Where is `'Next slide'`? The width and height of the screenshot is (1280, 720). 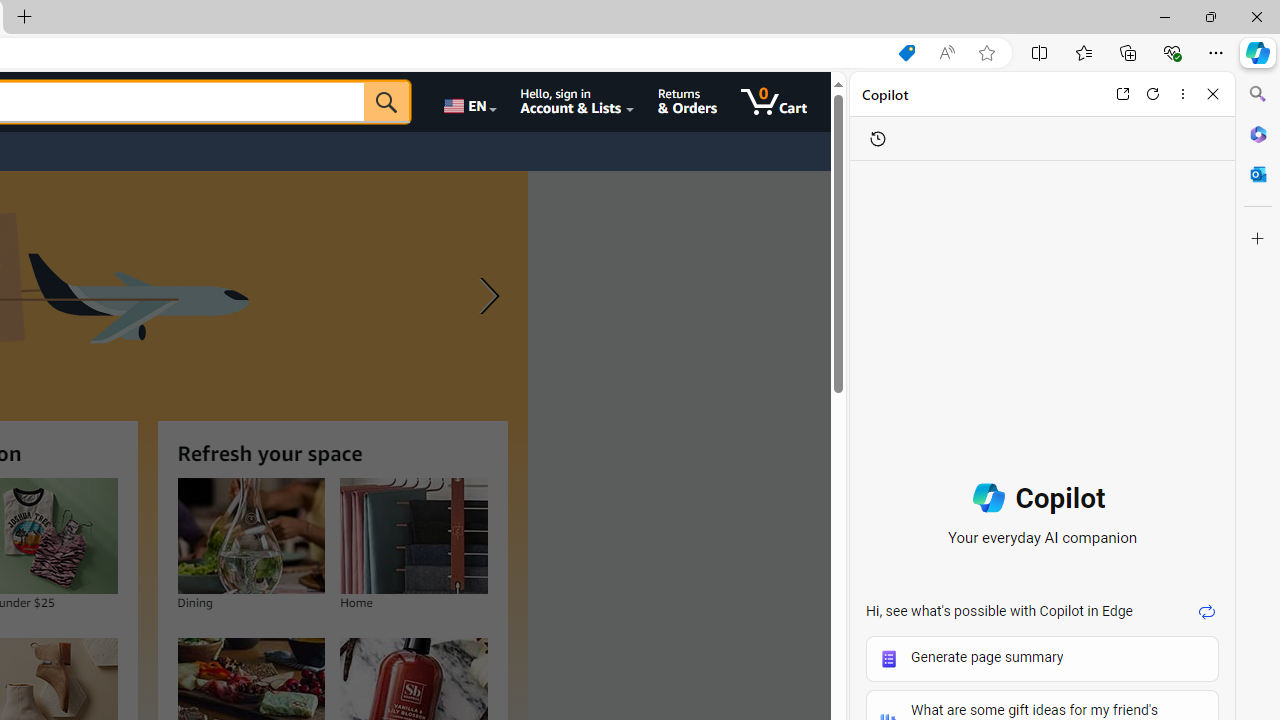 'Next slide' is located at coordinates (485, 296).